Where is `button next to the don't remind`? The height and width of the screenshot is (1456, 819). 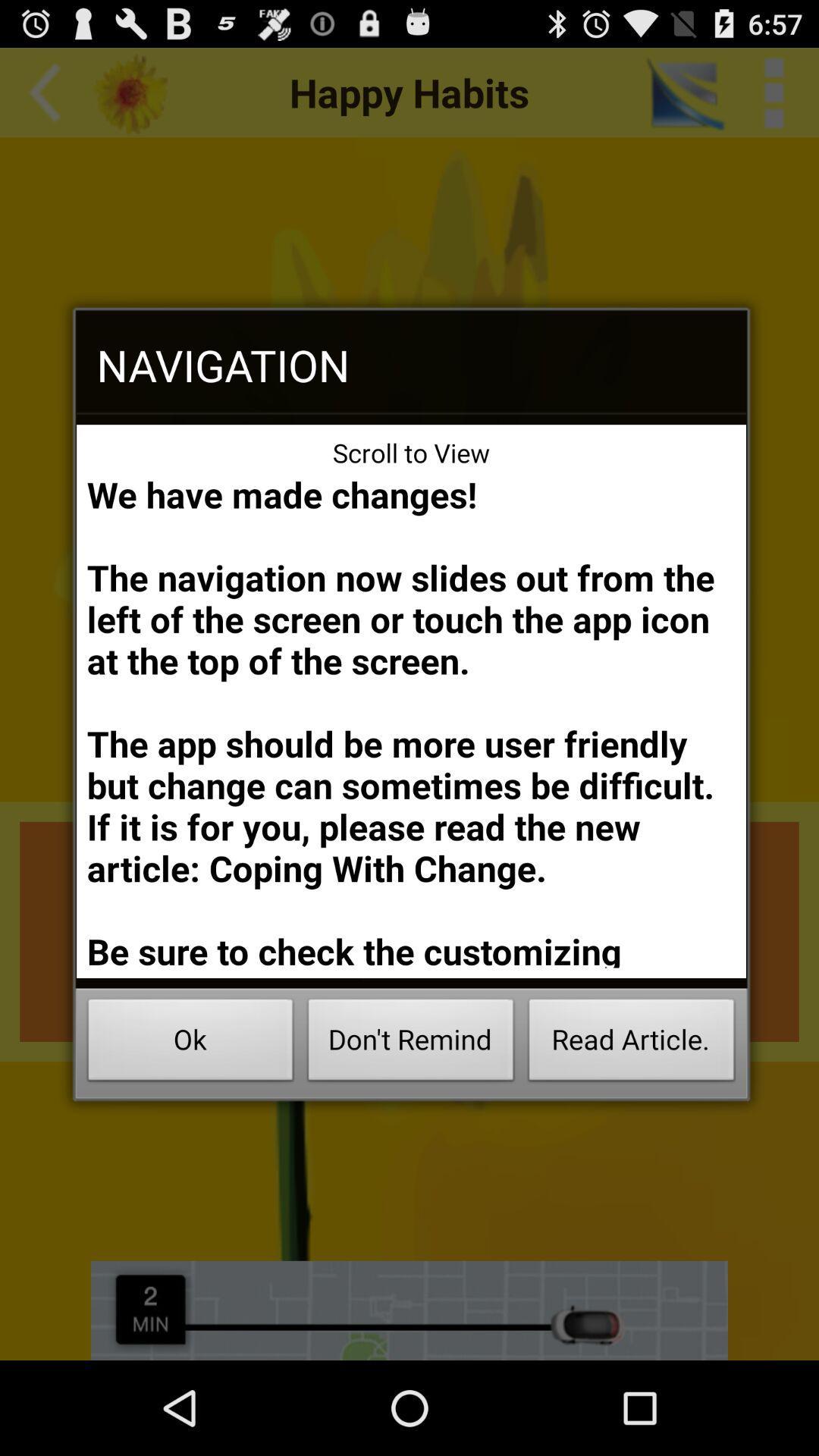
button next to the don't remind is located at coordinates (632, 1043).